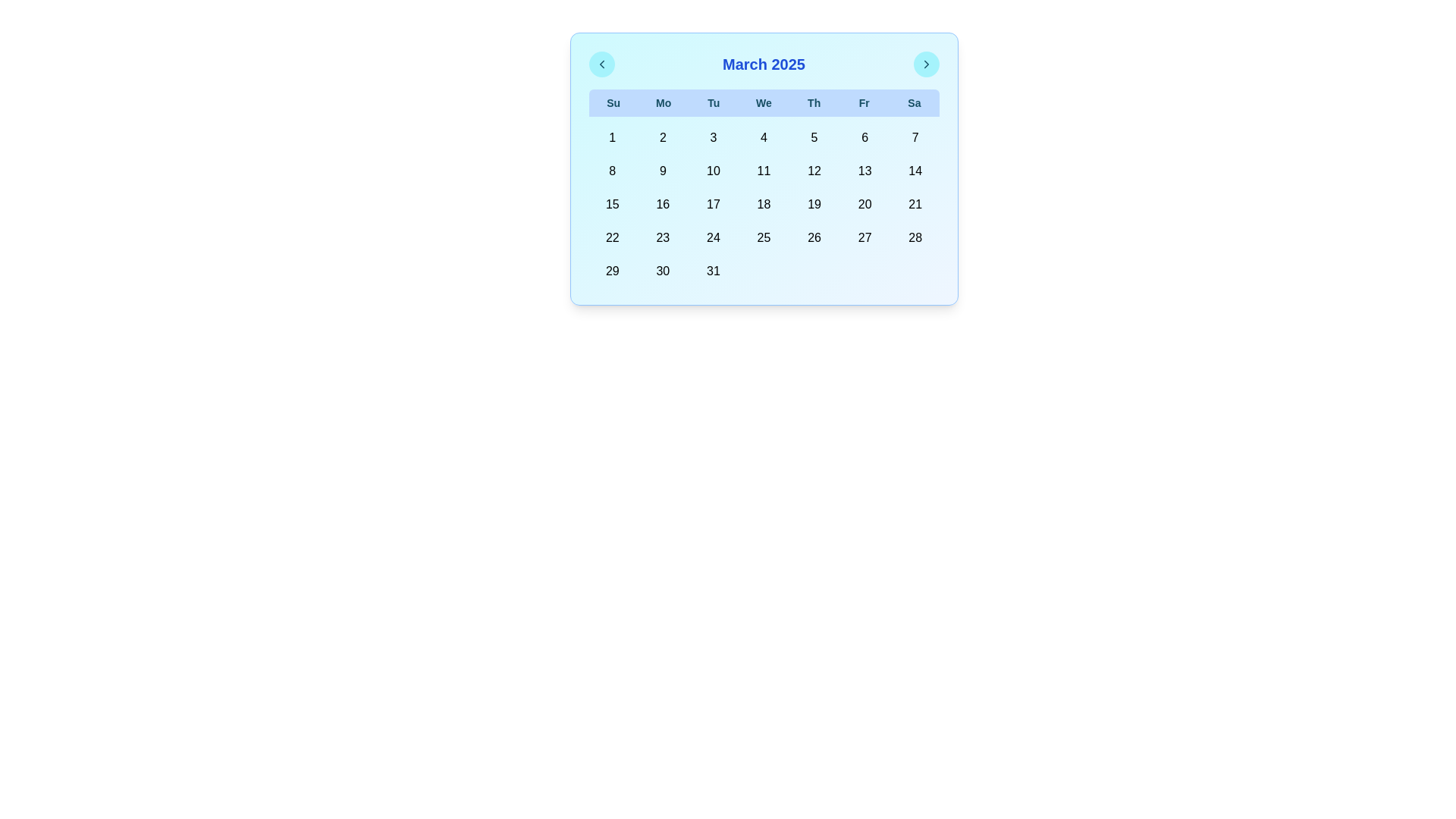  I want to click on the Text label for Thursday, which is the fifth cell in a grid of seven days of the week, located beneath the header 'March 2025', situated between 'We' and 'Fr', so click(813, 102).